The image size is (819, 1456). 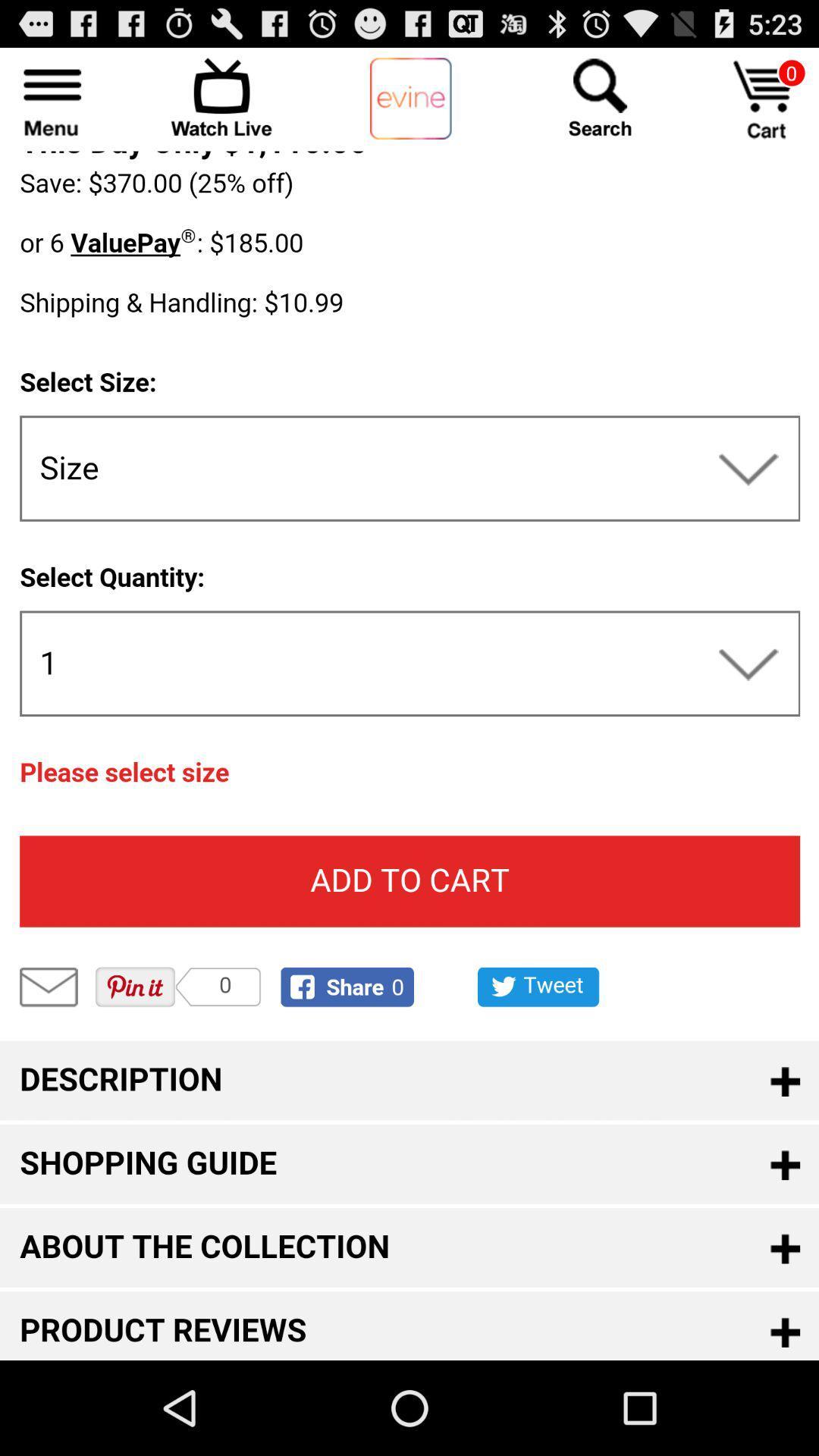 I want to click on the menu icon, so click(x=52, y=103).